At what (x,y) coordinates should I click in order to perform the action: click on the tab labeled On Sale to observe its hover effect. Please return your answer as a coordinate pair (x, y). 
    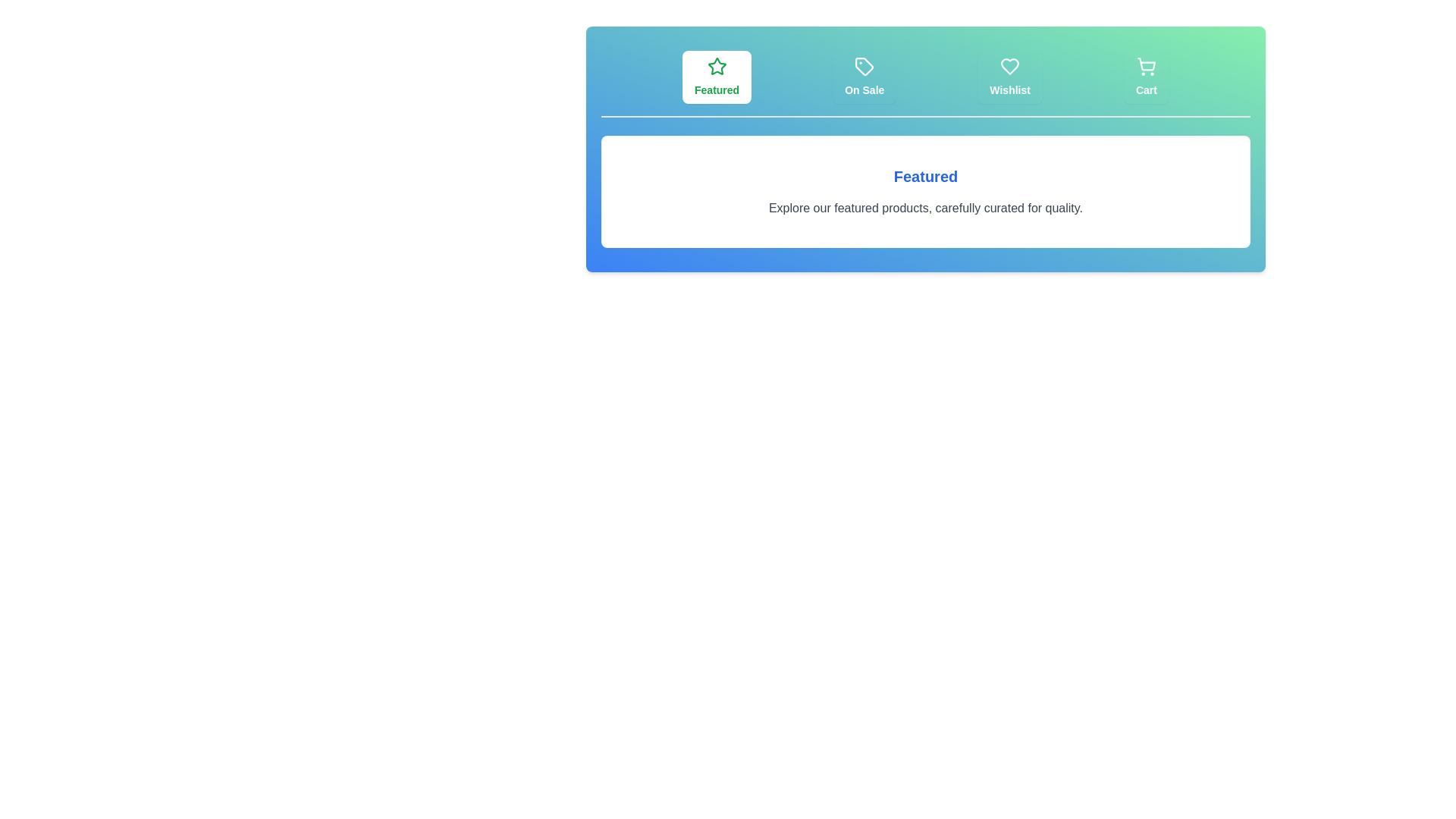
    Looking at the image, I should click on (864, 77).